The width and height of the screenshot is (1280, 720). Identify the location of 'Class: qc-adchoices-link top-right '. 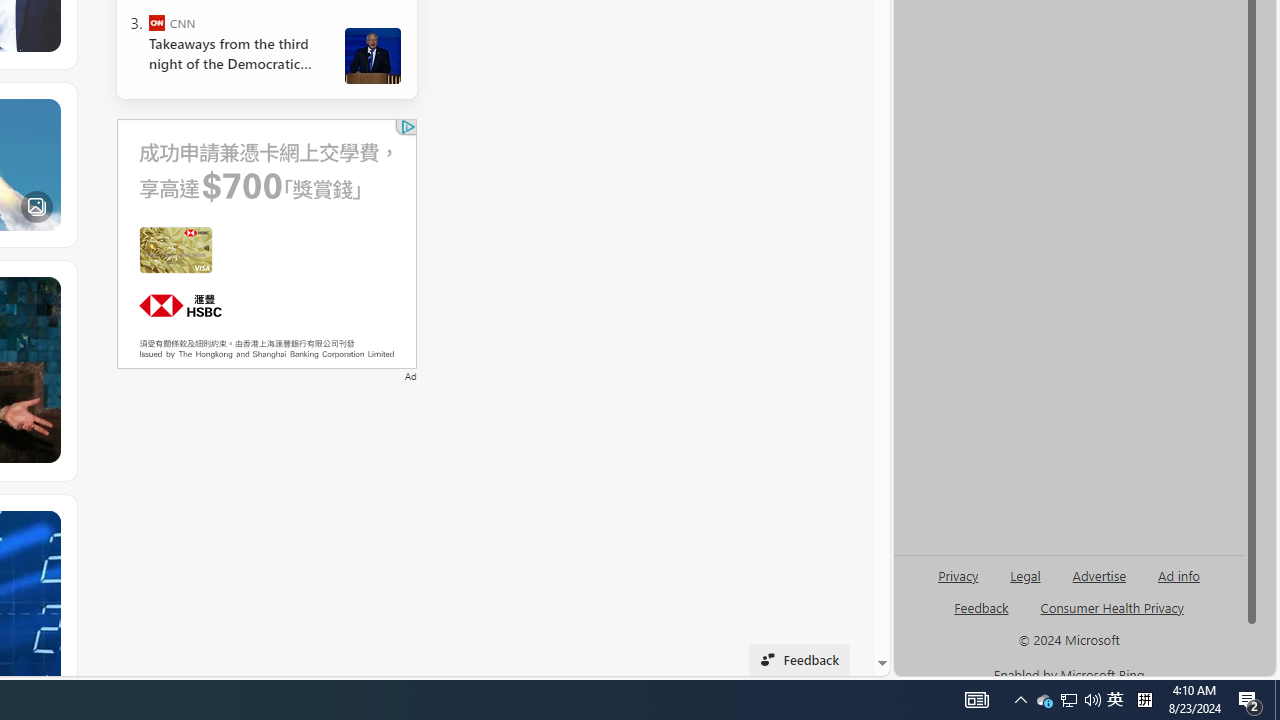
(406, 126).